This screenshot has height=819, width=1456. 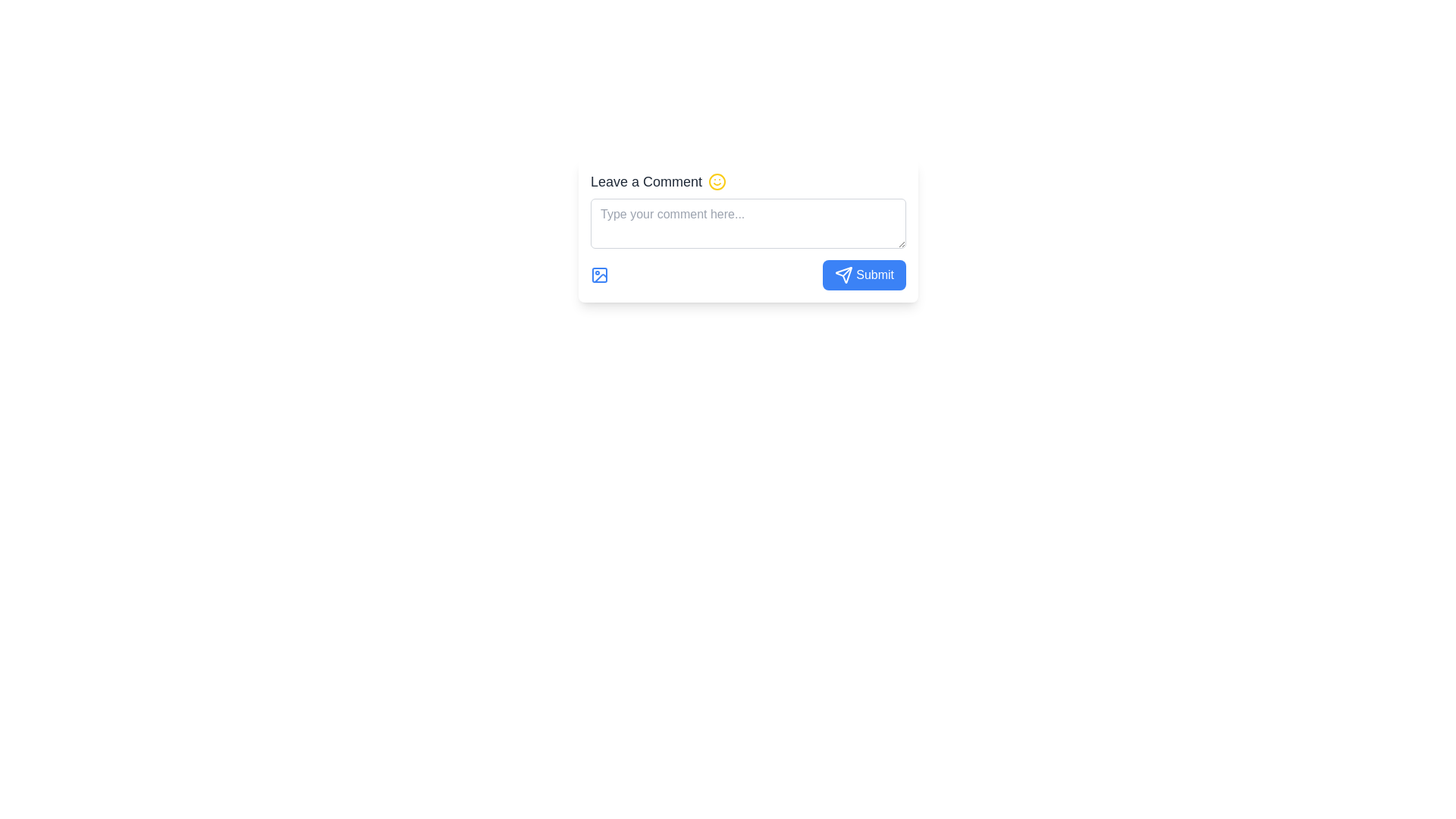 I want to click on the smiley face SVG icon, which is visually distinct with a yellow color and located to the right of the 'Leave a Comment' text, above the input box for comments, so click(x=717, y=180).